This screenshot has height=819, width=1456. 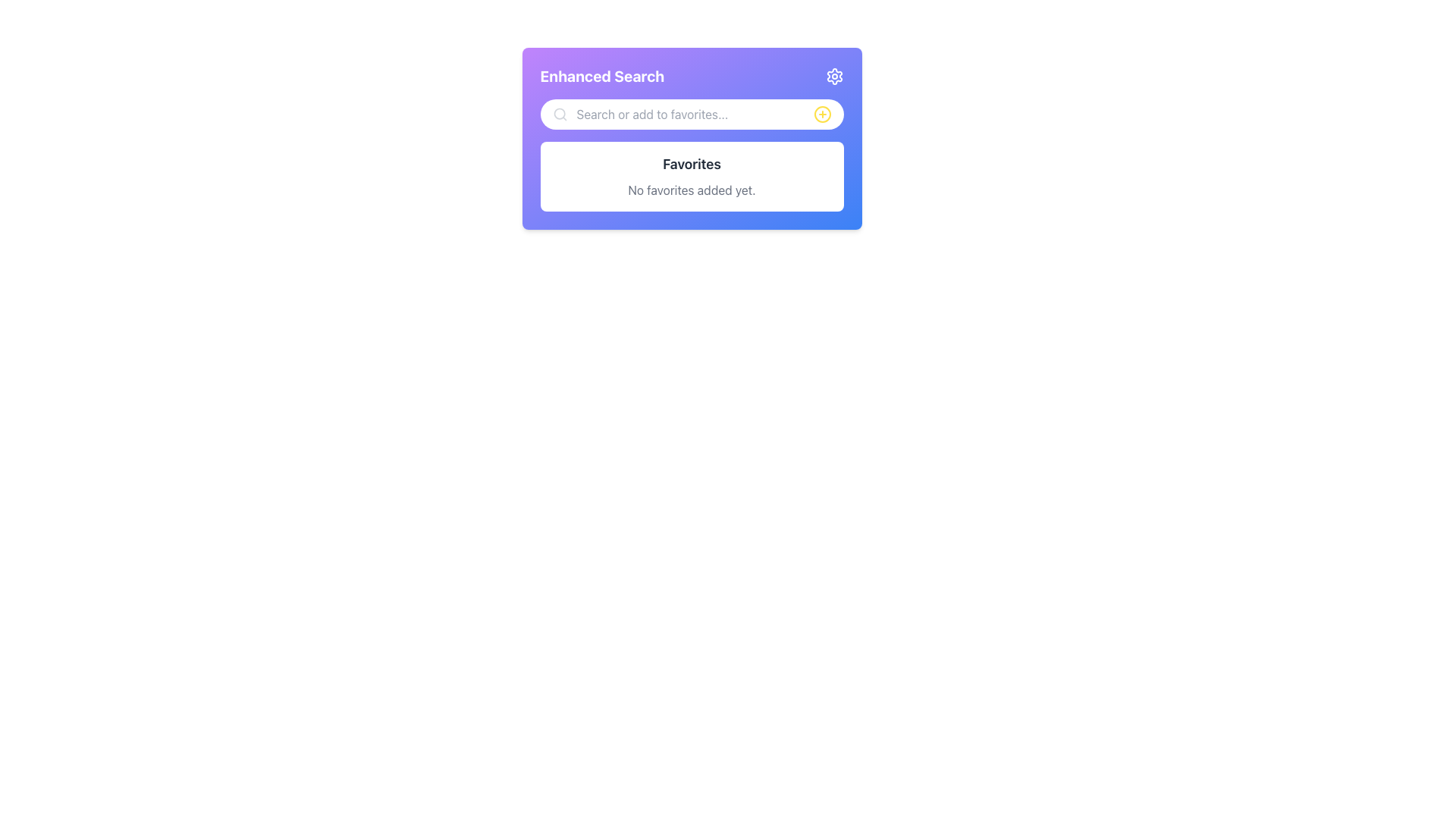 What do you see at coordinates (821, 113) in the screenshot?
I see `the circular yellow Action Button with a '+' sign, located to the far right of the input search bar under 'Enhanced Search'` at bounding box center [821, 113].